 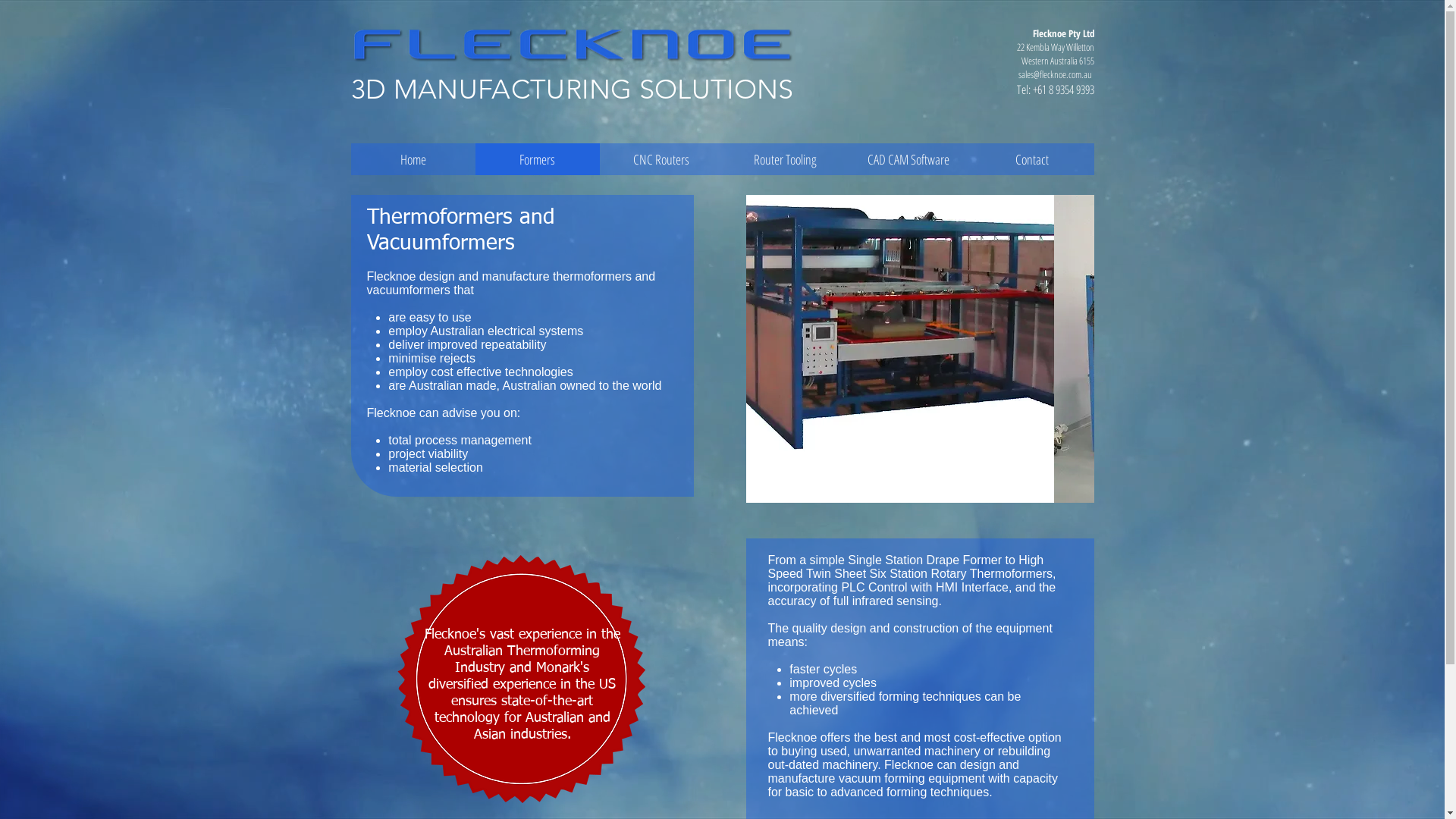 What do you see at coordinates (1053, 74) in the screenshot?
I see `'sales@flecknoe.com.au'` at bounding box center [1053, 74].